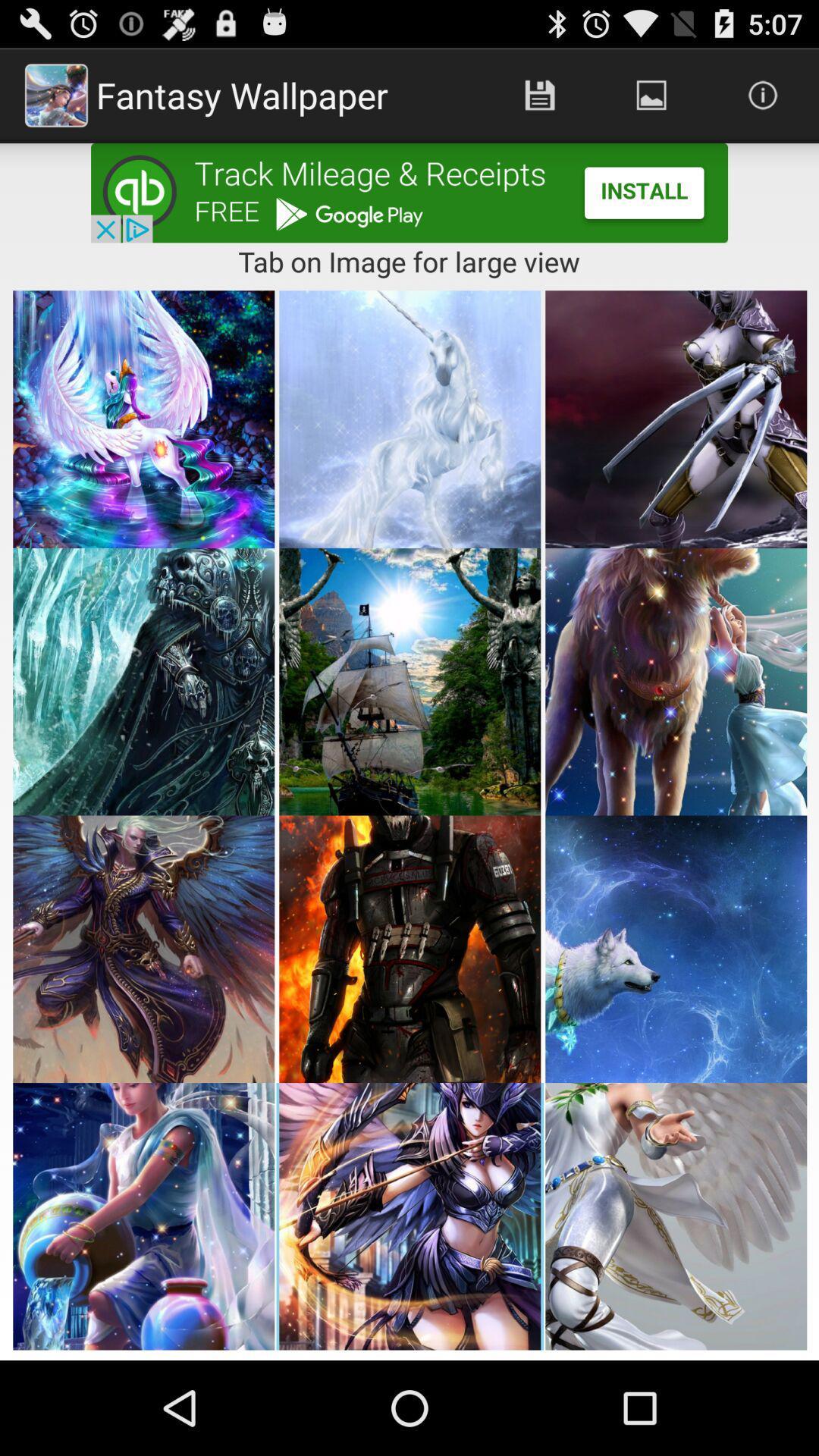 This screenshot has width=819, height=1456. Describe the element at coordinates (763, 94) in the screenshot. I see `the info icon on top right` at that location.